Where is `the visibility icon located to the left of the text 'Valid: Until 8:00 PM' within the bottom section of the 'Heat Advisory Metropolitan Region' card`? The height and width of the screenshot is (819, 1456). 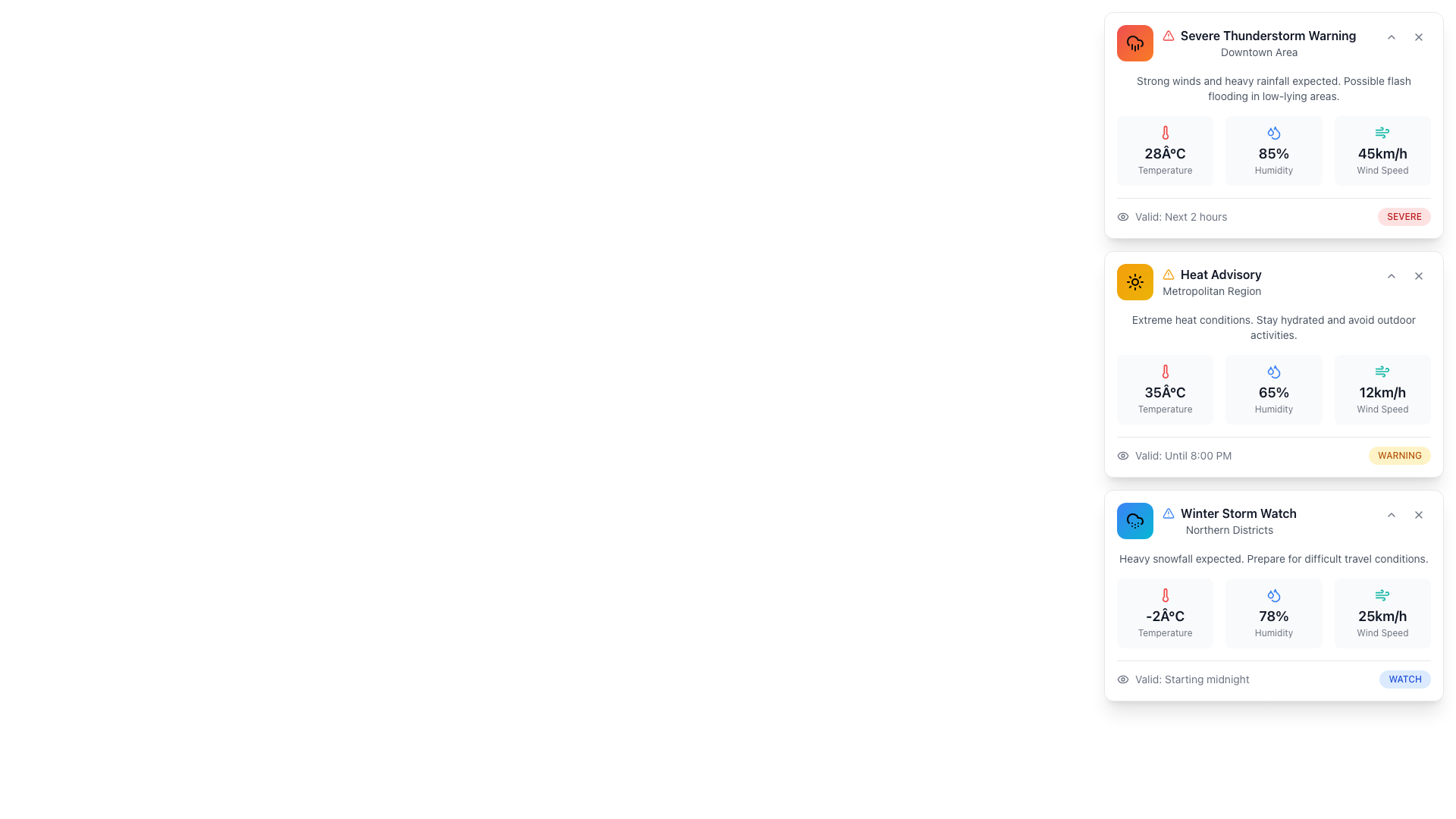 the visibility icon located to the left of the text 'Valid: Until 8:00 PM' within the bottom section of the 'Heat Advisory Metropolitan Region' card is located at coordinates (1123, 455).